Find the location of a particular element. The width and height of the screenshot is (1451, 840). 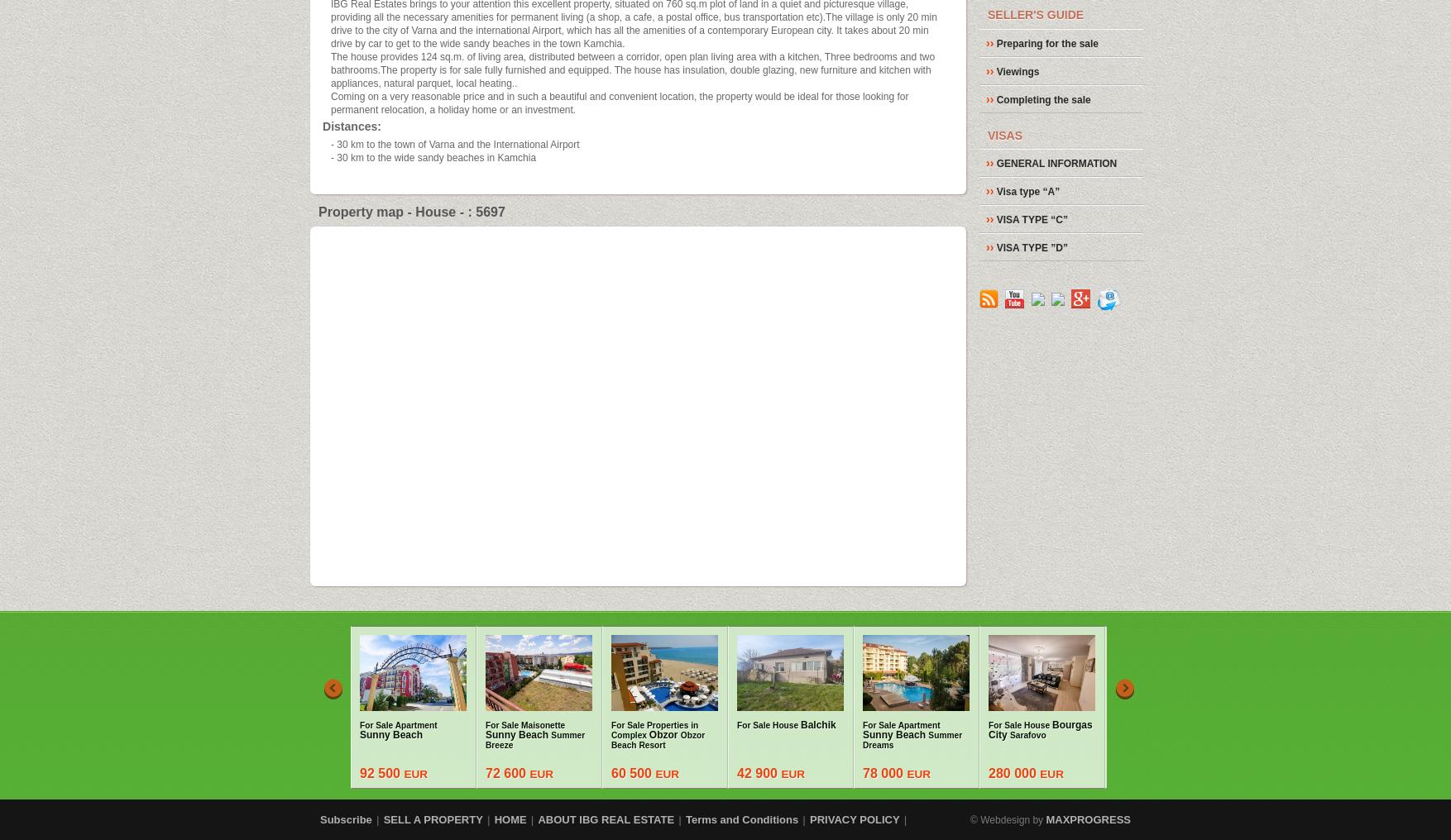

'Distances:' is located at coordinates (351, 126).